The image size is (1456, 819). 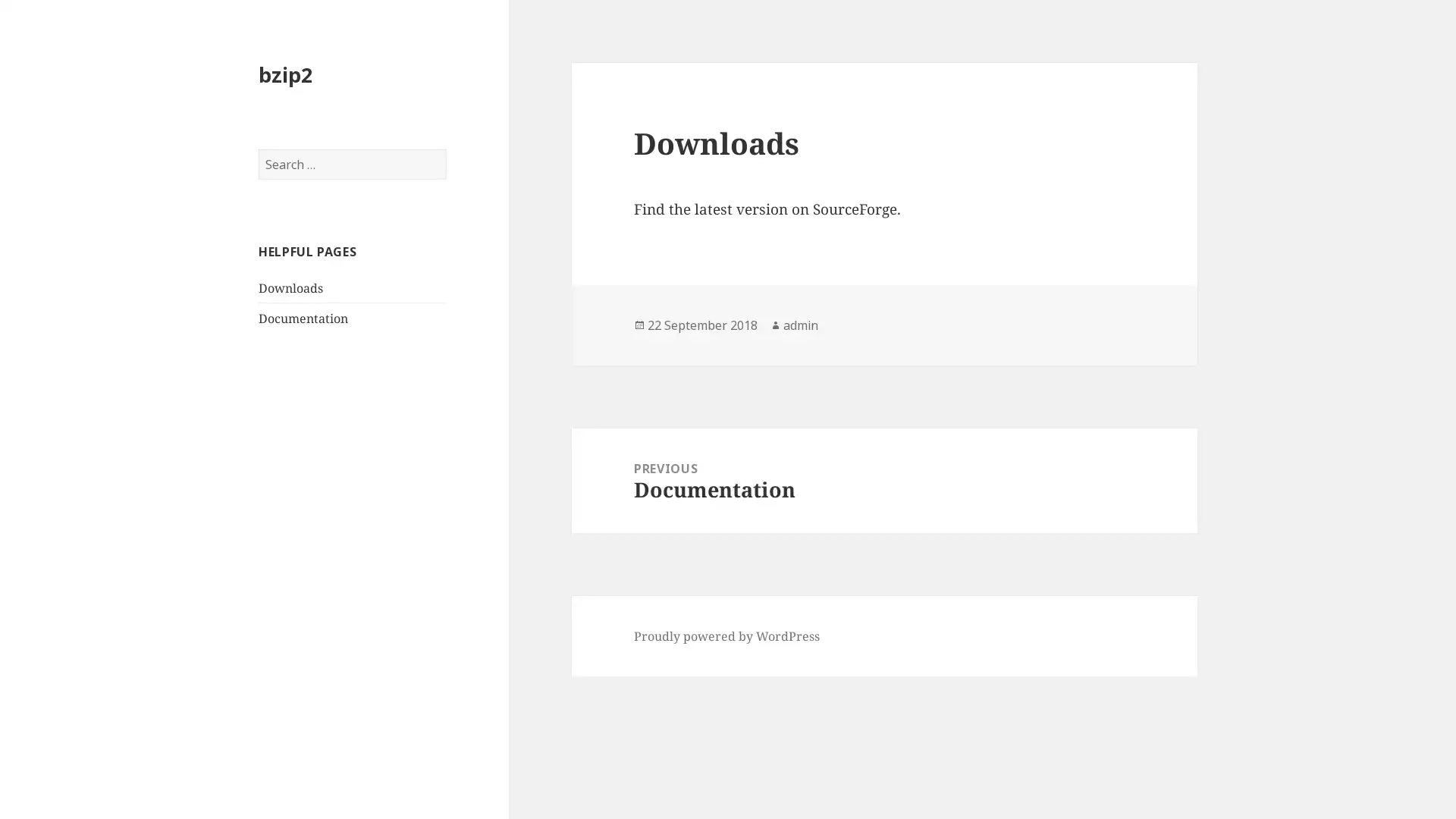 What do you see at coordinates (445, 149) in the screenshot?
I see `Search` at bounding box center [445, 149].